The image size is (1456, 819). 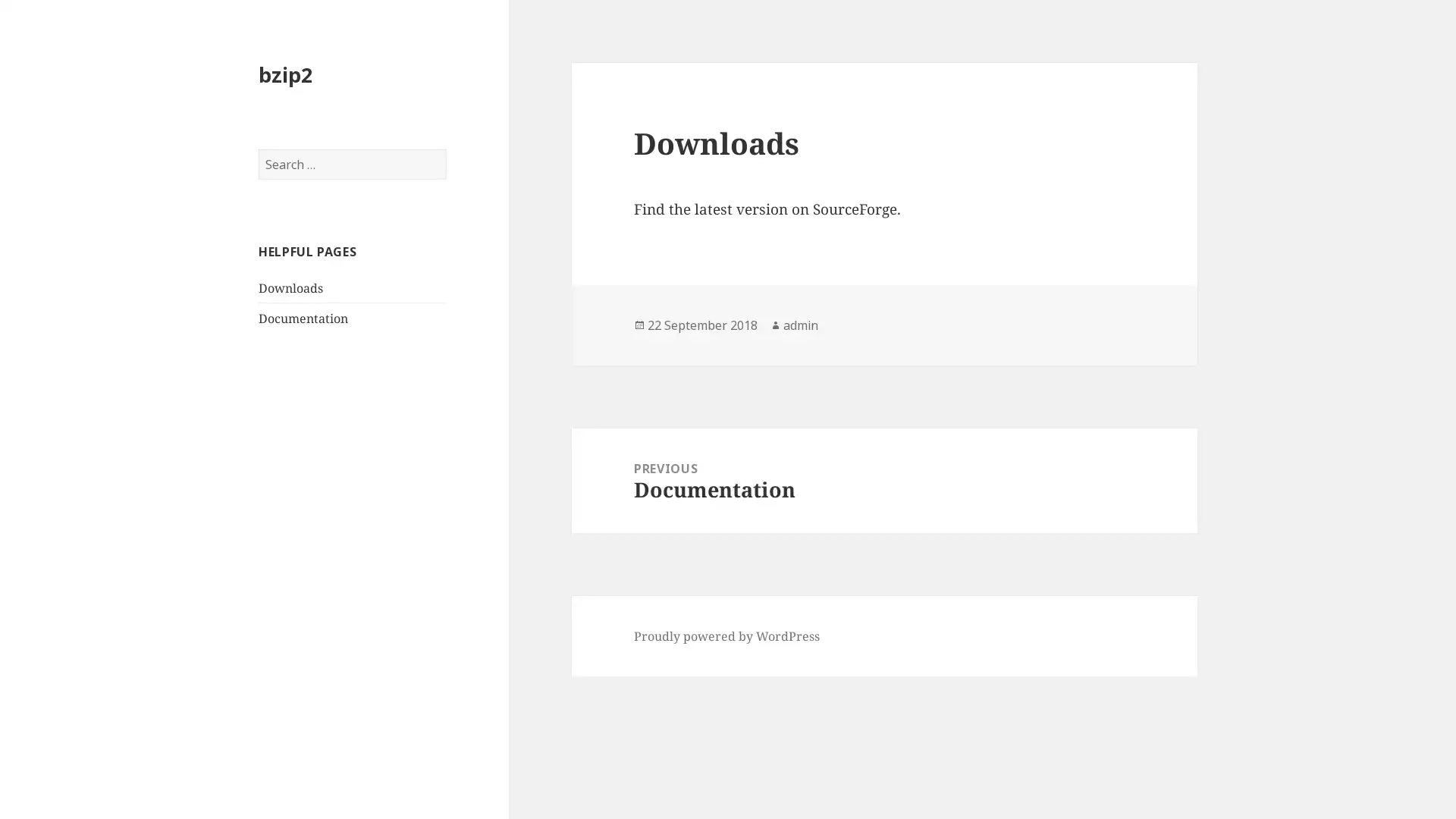 What do you see at coordinates (445, 149) in the screenshot?
I see `Search` at bounding box center [445, 149].